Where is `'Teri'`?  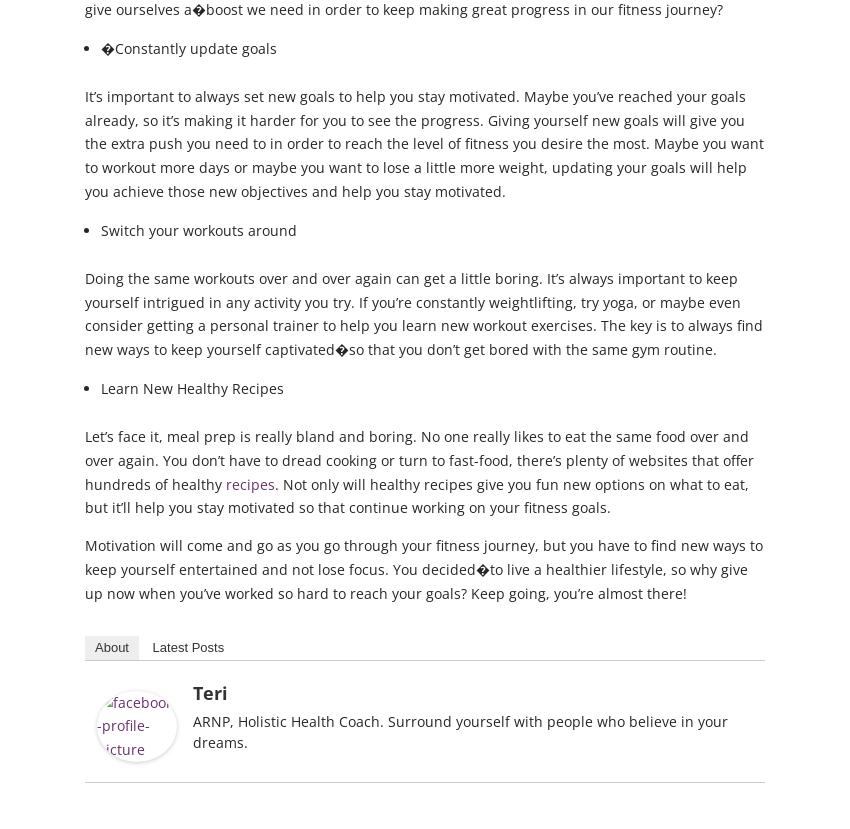 'Teri' is located at coordinates (209, 691).